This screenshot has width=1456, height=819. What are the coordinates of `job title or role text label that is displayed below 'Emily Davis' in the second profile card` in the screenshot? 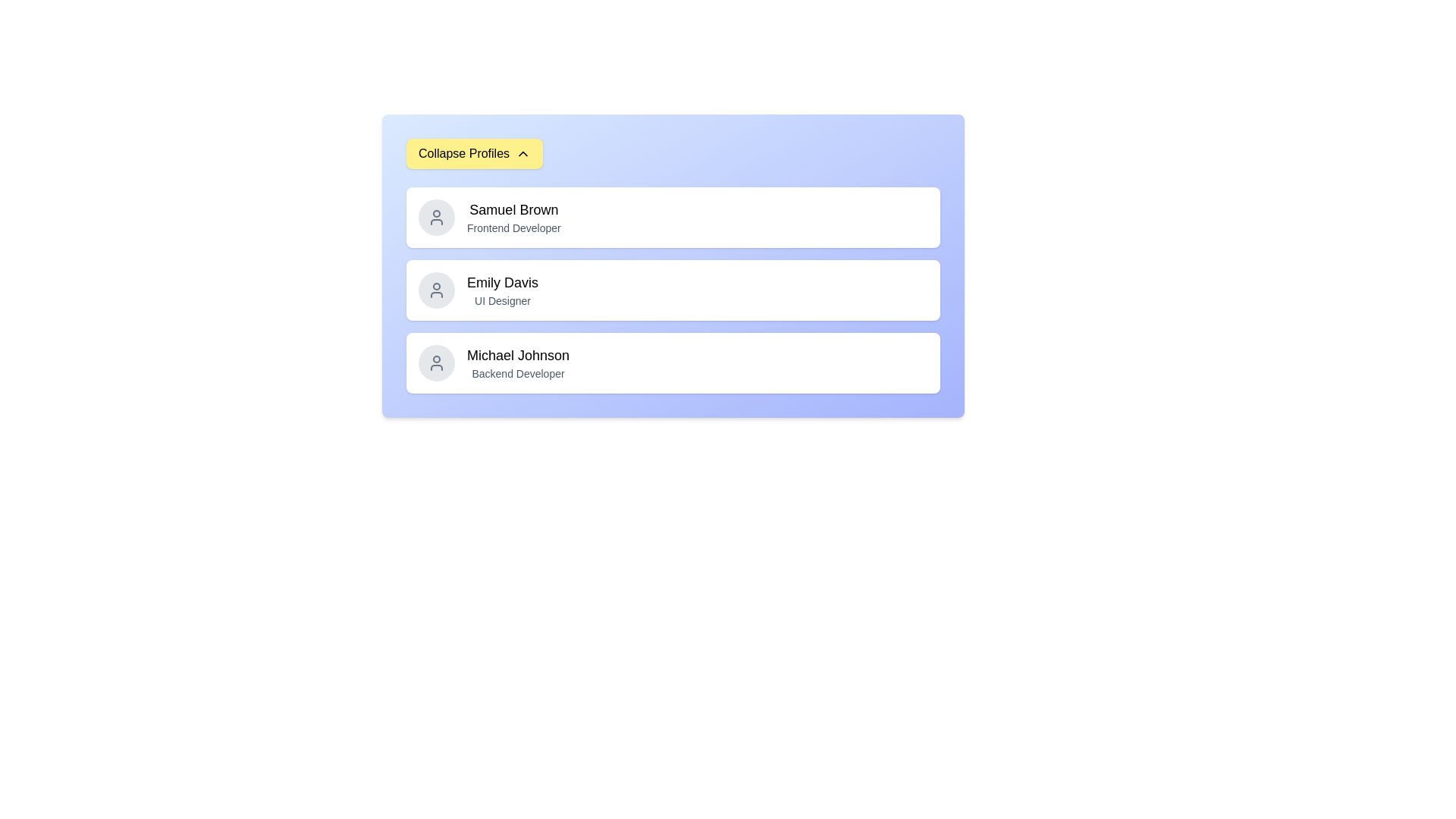 It's located at (502, 301).